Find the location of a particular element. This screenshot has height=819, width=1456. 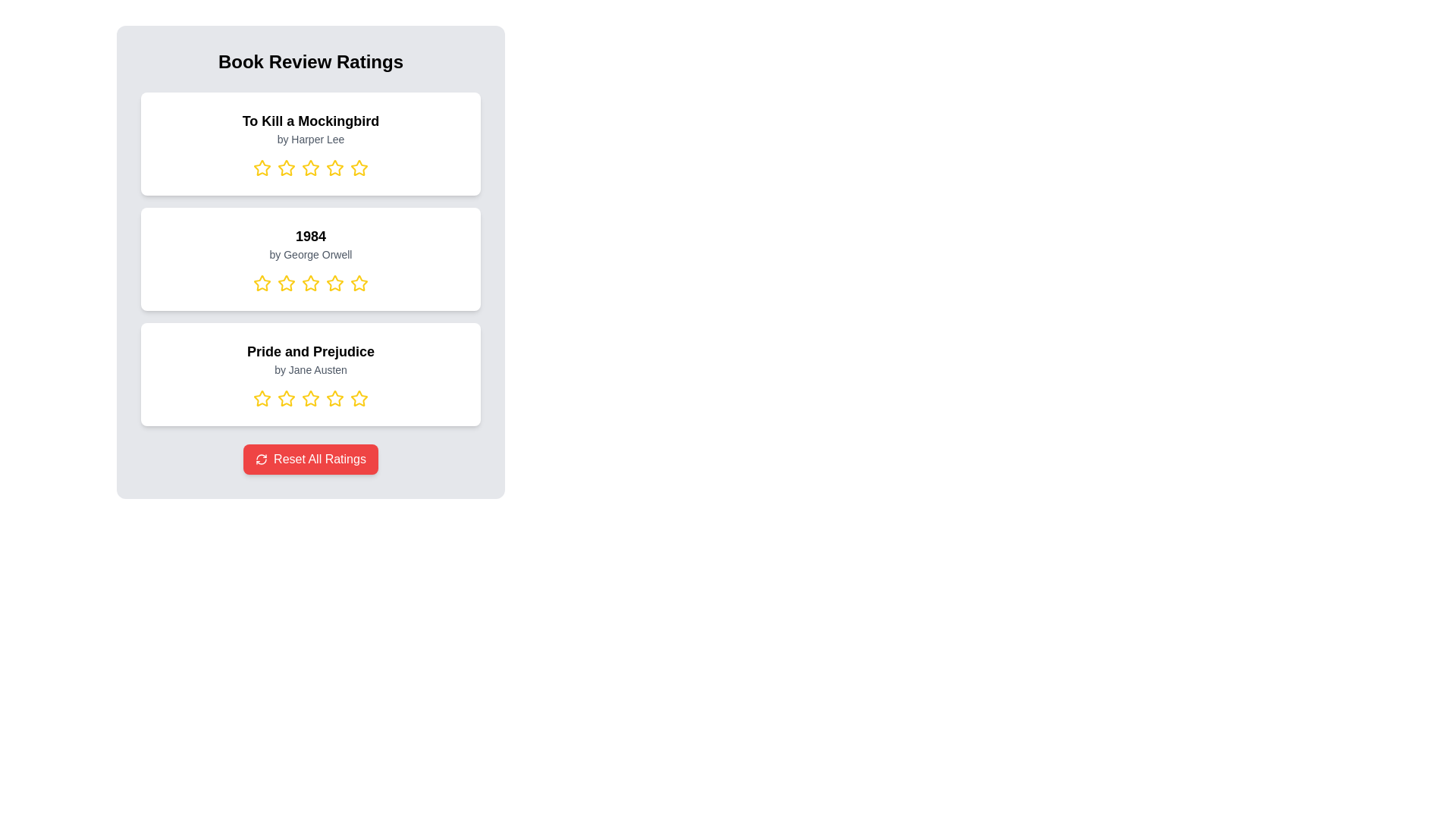

the rating for a book by selecting 3 stars for the book titled 1984 is located at coordinates (309, 284).